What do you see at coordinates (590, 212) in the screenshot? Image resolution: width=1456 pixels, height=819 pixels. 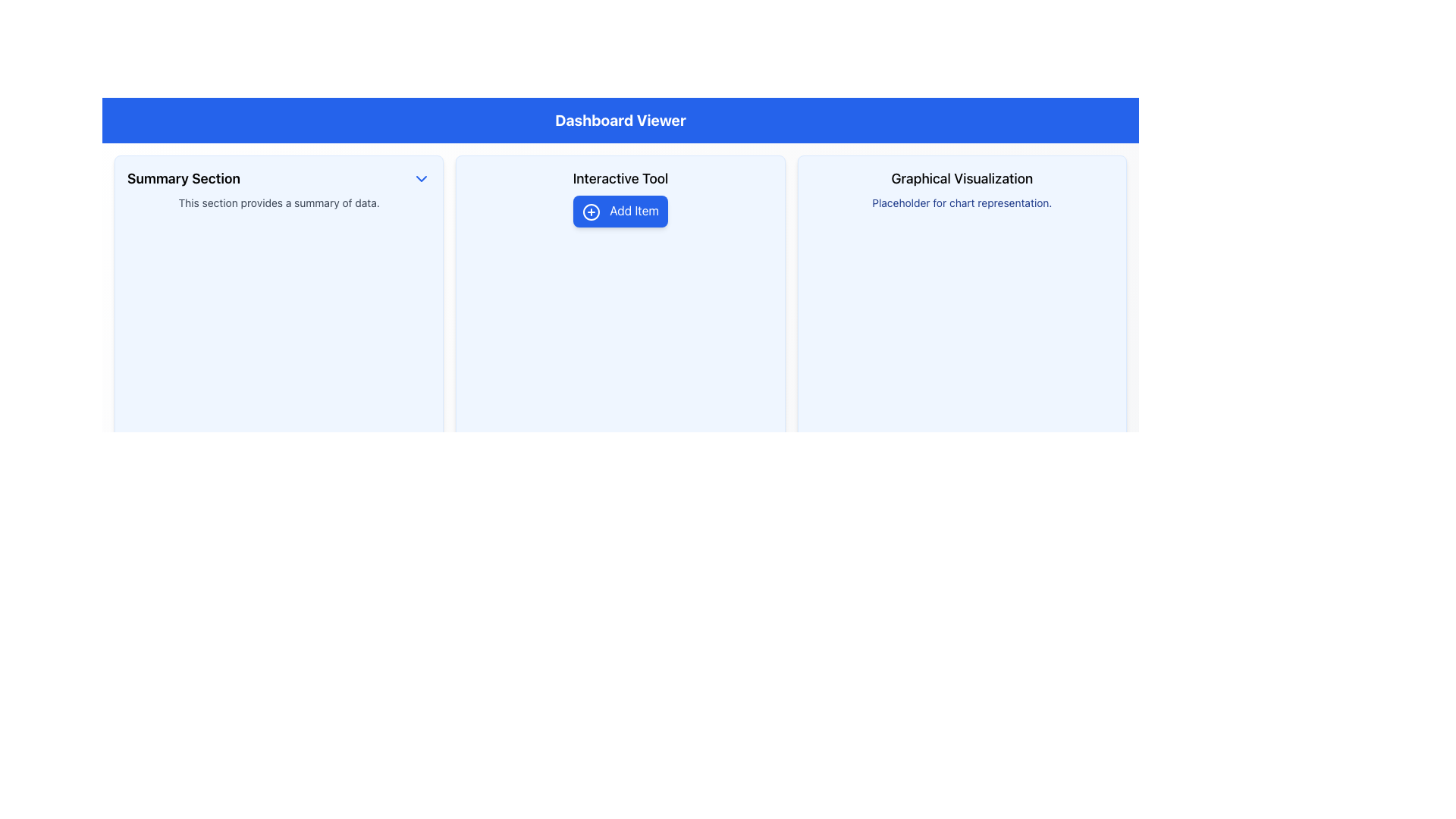 I see `the circular Decorative Icon that is located in the middle of the blue button labeled 'Add Item', positioned centrally below the 'Interactive Tool' title` at bounding box center [590, 212].